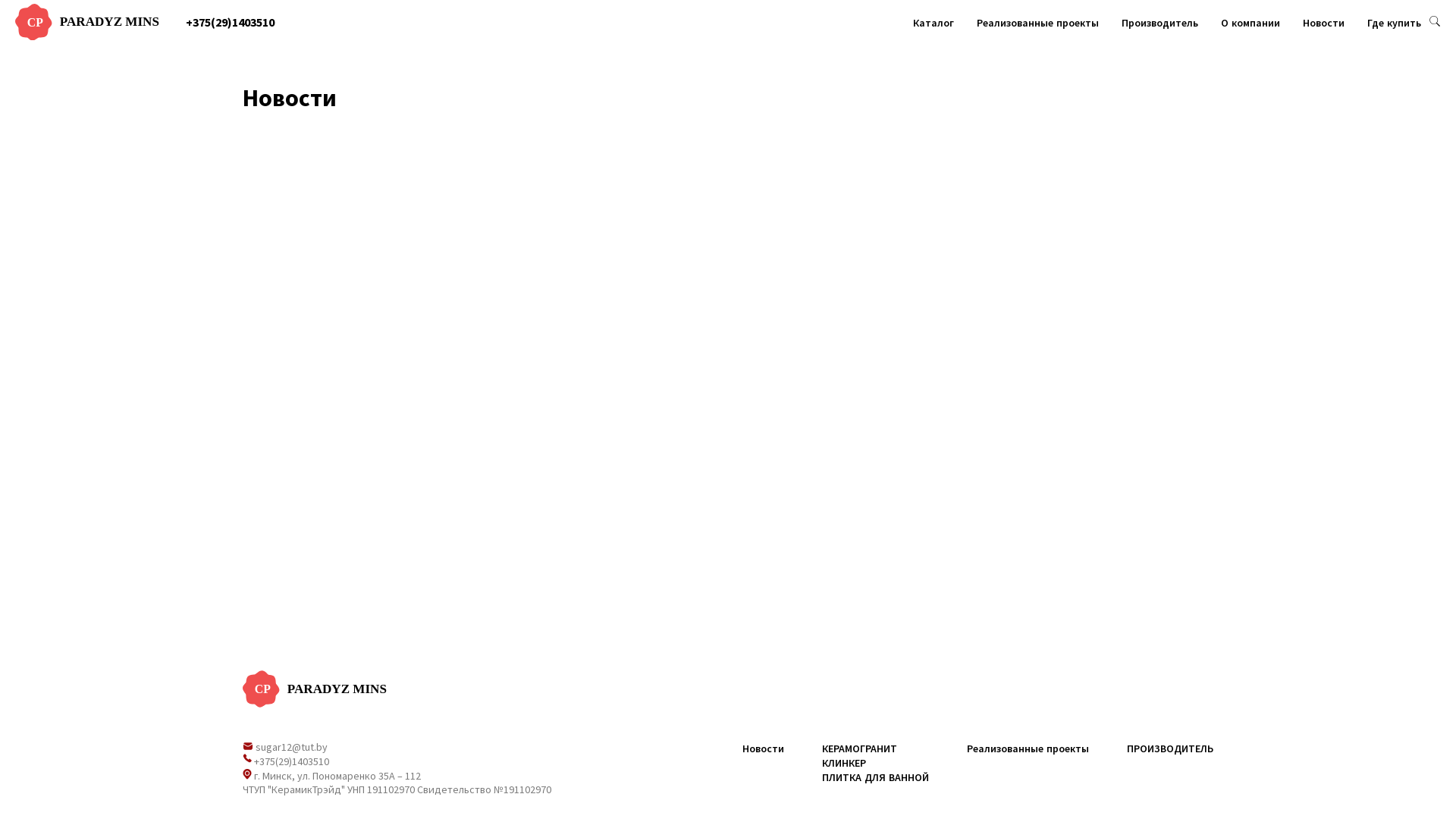 This screenshot has height=819, width=1456. What do you see at coordinates (184, 22) in the screenshot?
I see `'+375(29)1403510'` at bounding box center [184, 22].